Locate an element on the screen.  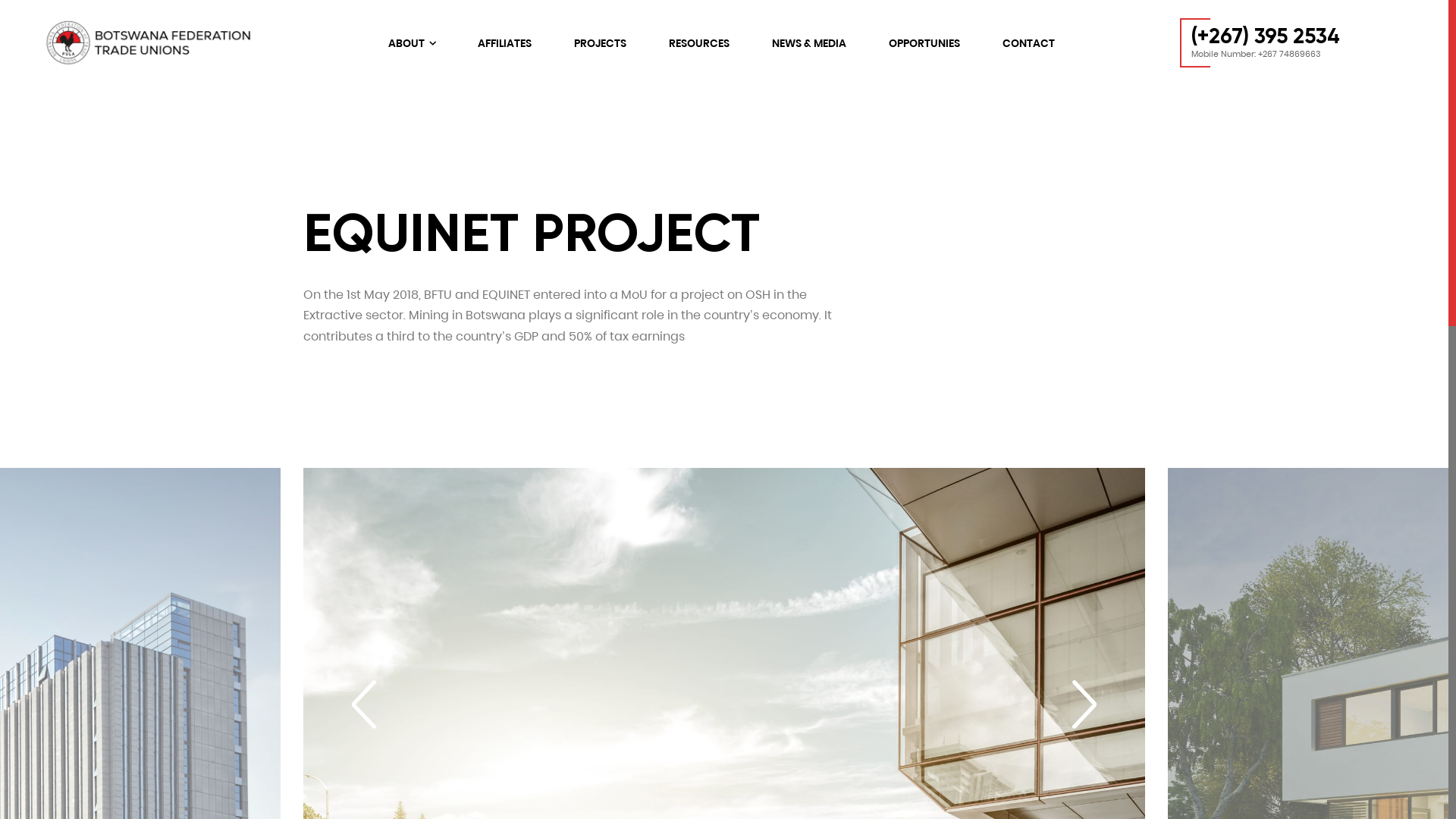
'AFFILIATES' is located at coordinates (476, 42).